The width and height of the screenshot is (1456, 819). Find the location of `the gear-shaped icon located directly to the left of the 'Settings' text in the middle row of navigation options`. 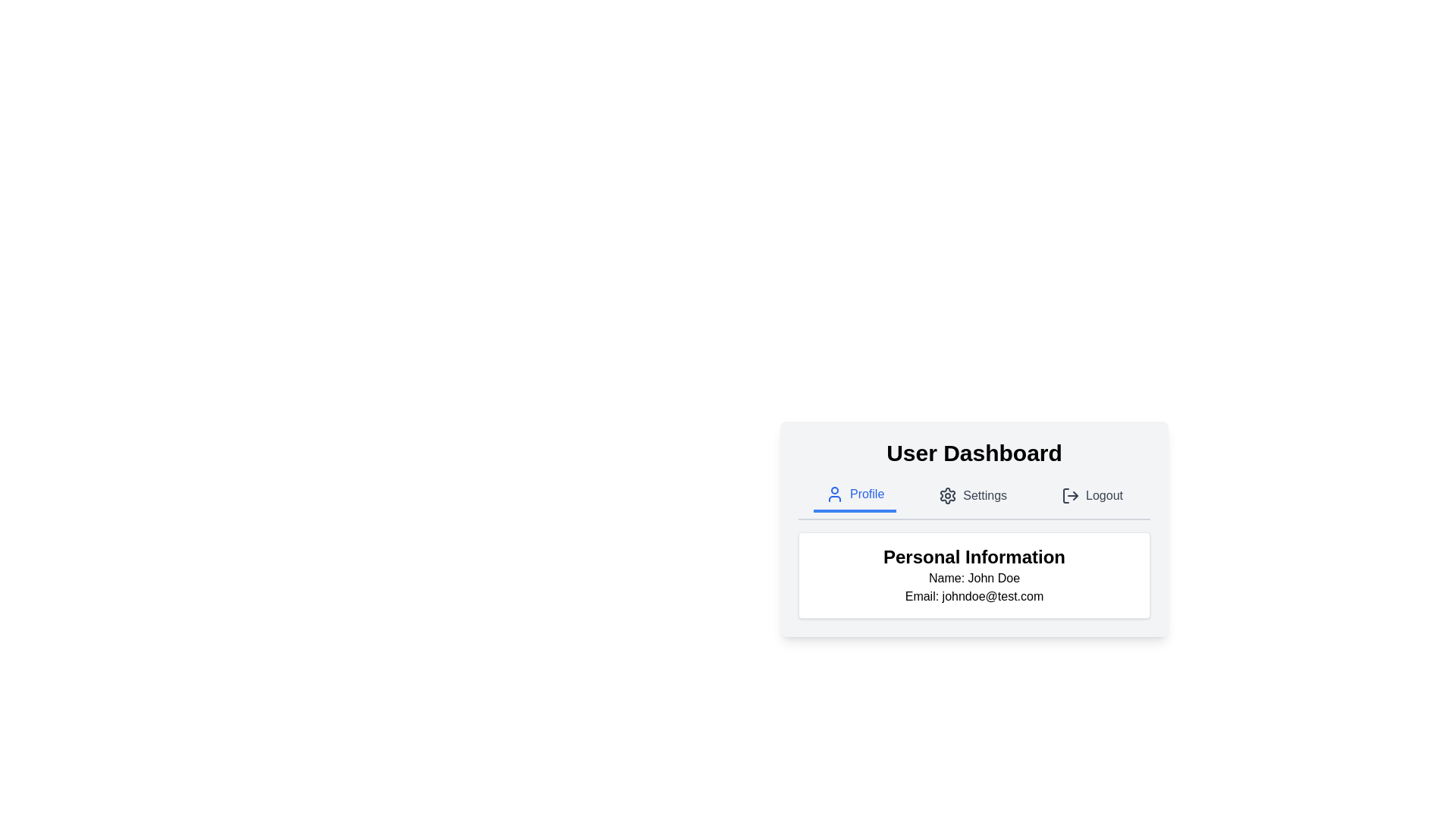

the gear-shaped icon located directly to the left of the 'Settings' text in the middle row of navigation options is located at coordinates (947, 496).